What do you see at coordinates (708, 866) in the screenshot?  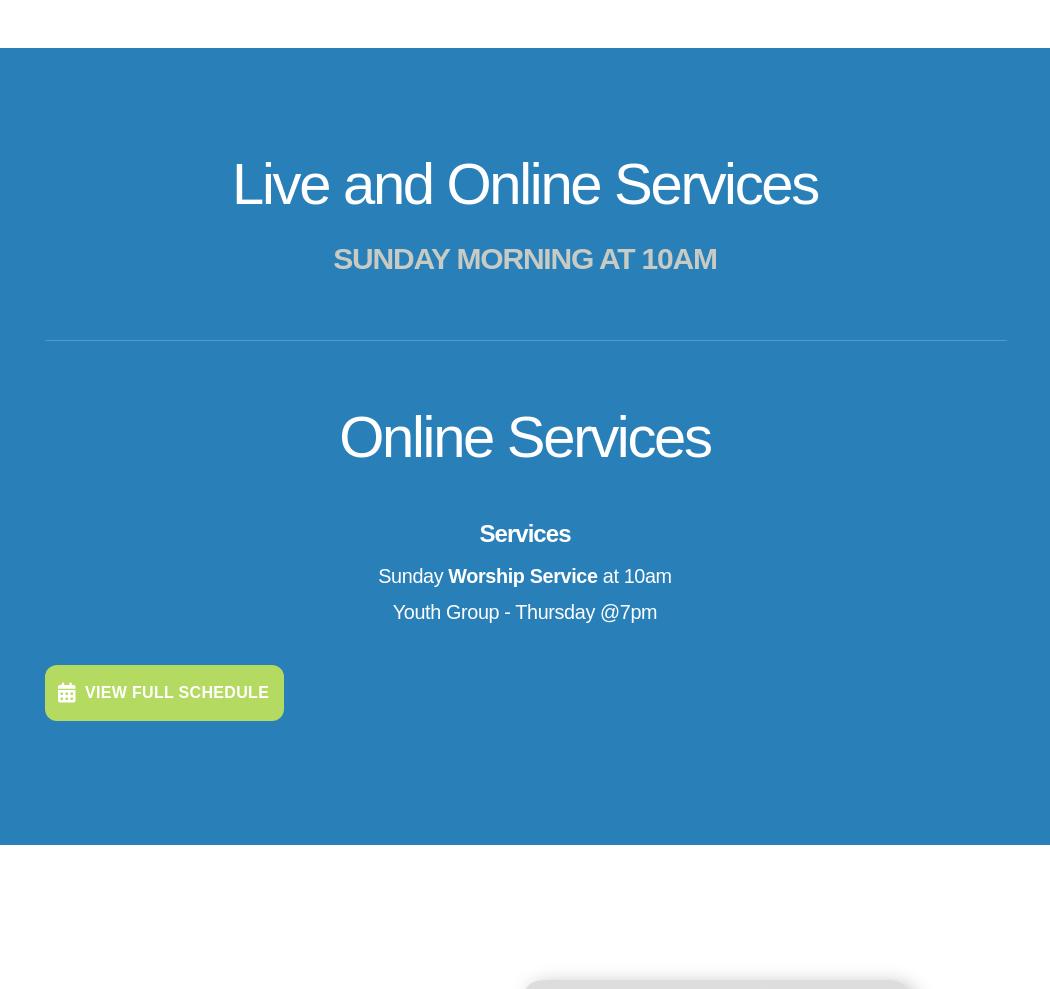 I see `'24 Shade Tree Lane'` at bounding box center [708, 866].